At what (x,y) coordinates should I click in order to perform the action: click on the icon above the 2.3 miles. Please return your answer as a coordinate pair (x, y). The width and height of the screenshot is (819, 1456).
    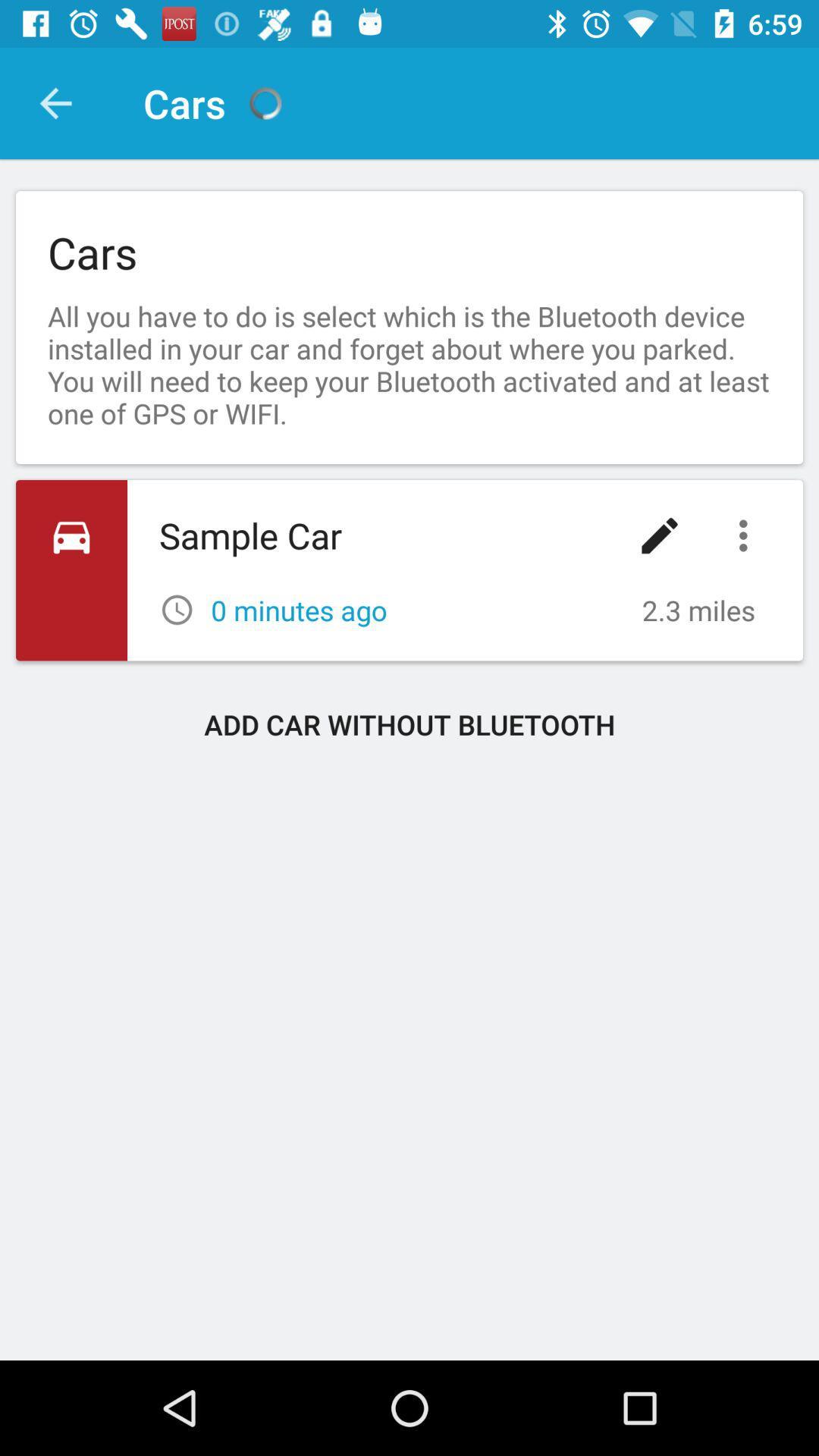
    Looking at the image, I should click on (659, 535).